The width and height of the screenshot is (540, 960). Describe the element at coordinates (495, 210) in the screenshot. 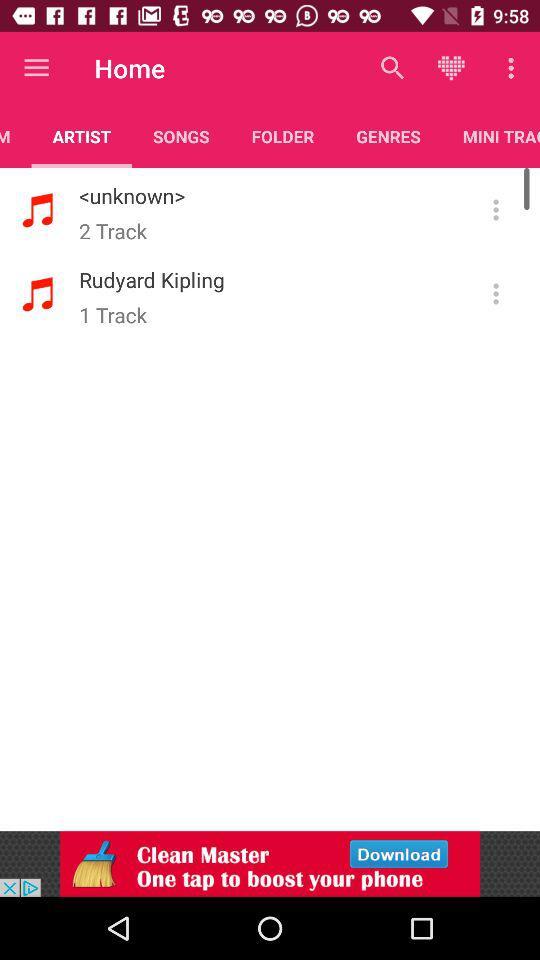

I see `control menu` at that location.